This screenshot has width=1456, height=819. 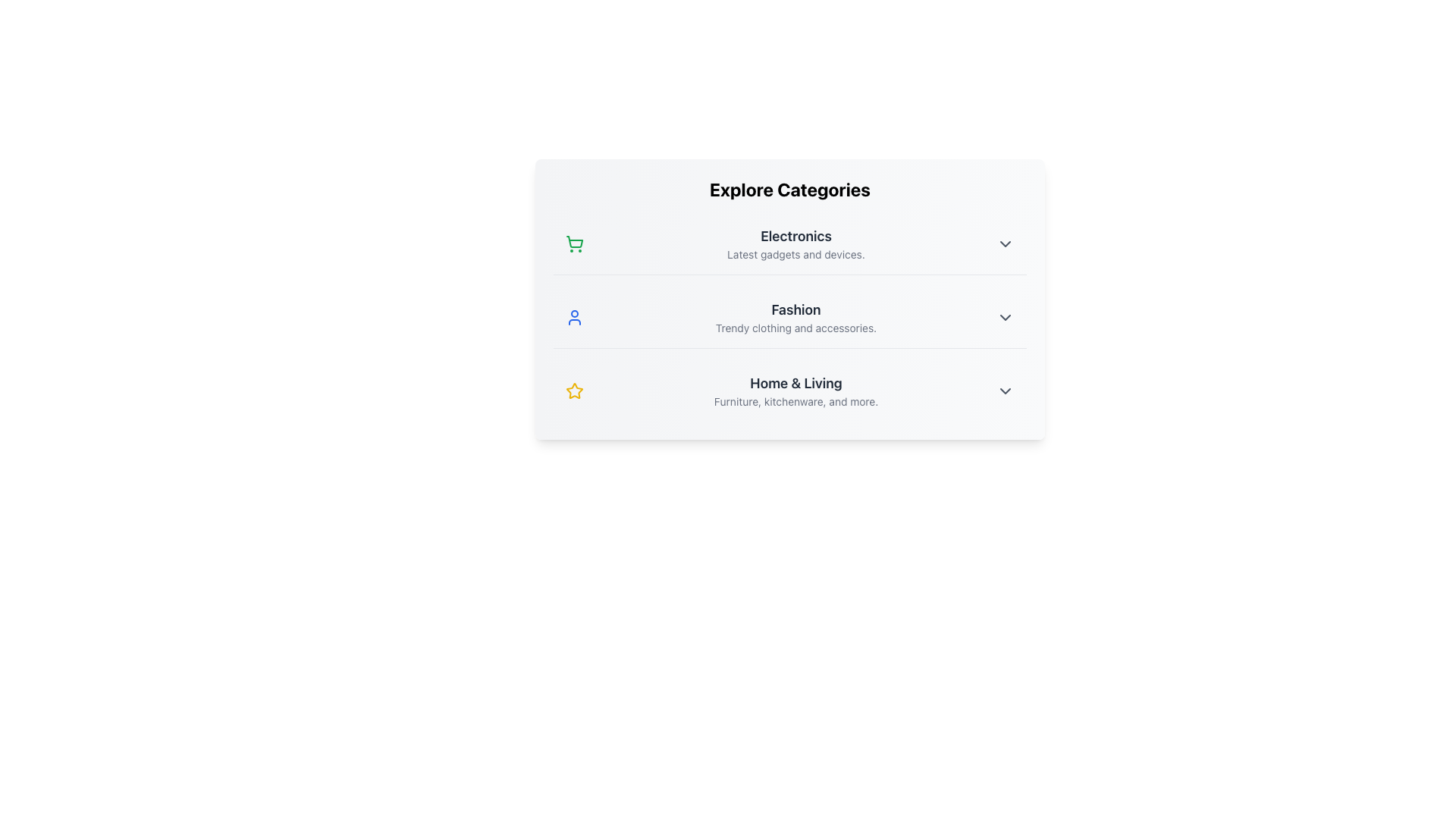 I want to click on the 'Fashion' category icon located to the left of the 'Fashion' text in the second row of the 'Explore Categories' card, so click(x=574, y=317).